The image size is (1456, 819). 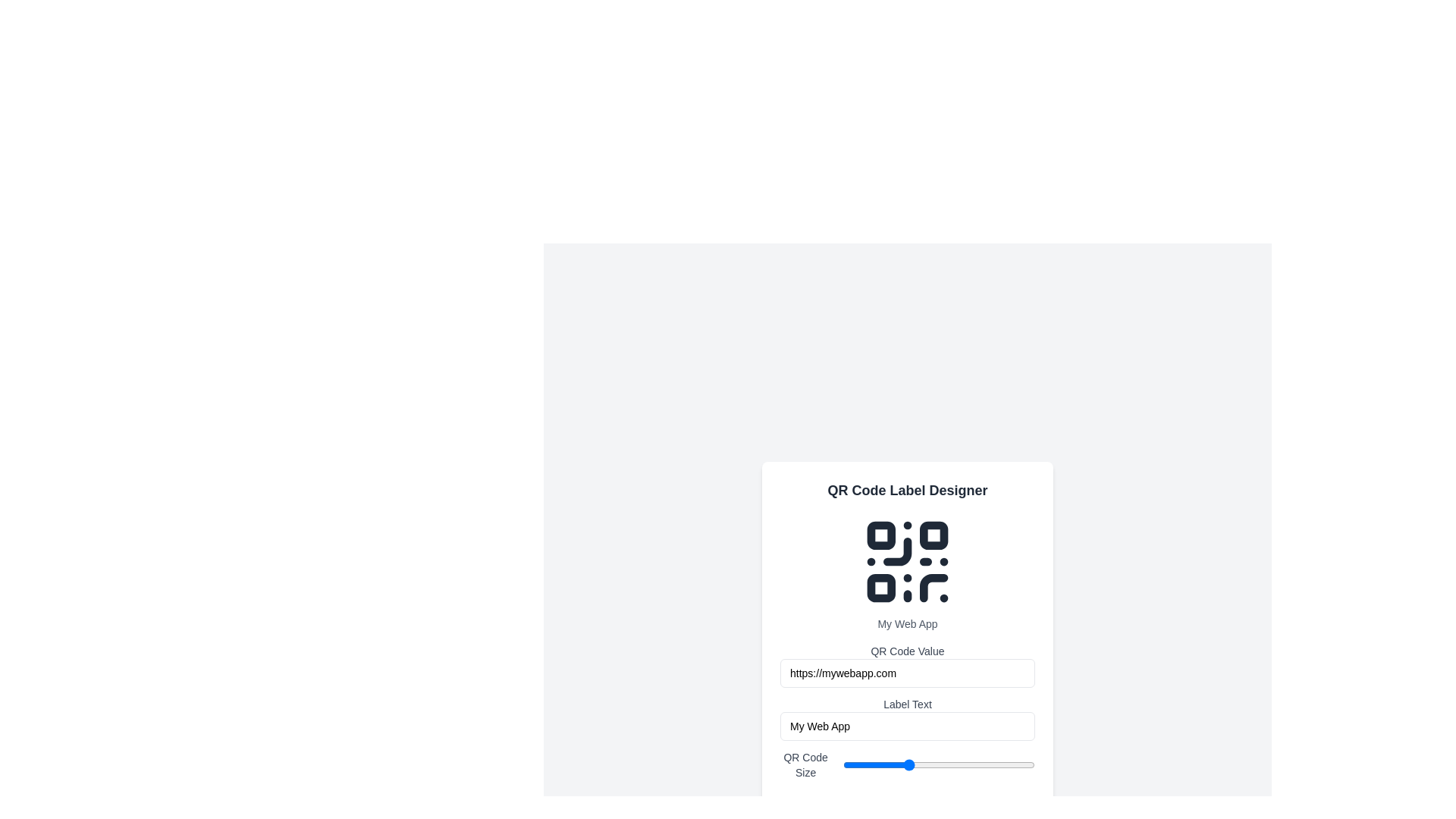 What do you see at coordinates (1032, 765) in the screenshot?
I see `the QR Code Size` at bounding box center [1032, 765].